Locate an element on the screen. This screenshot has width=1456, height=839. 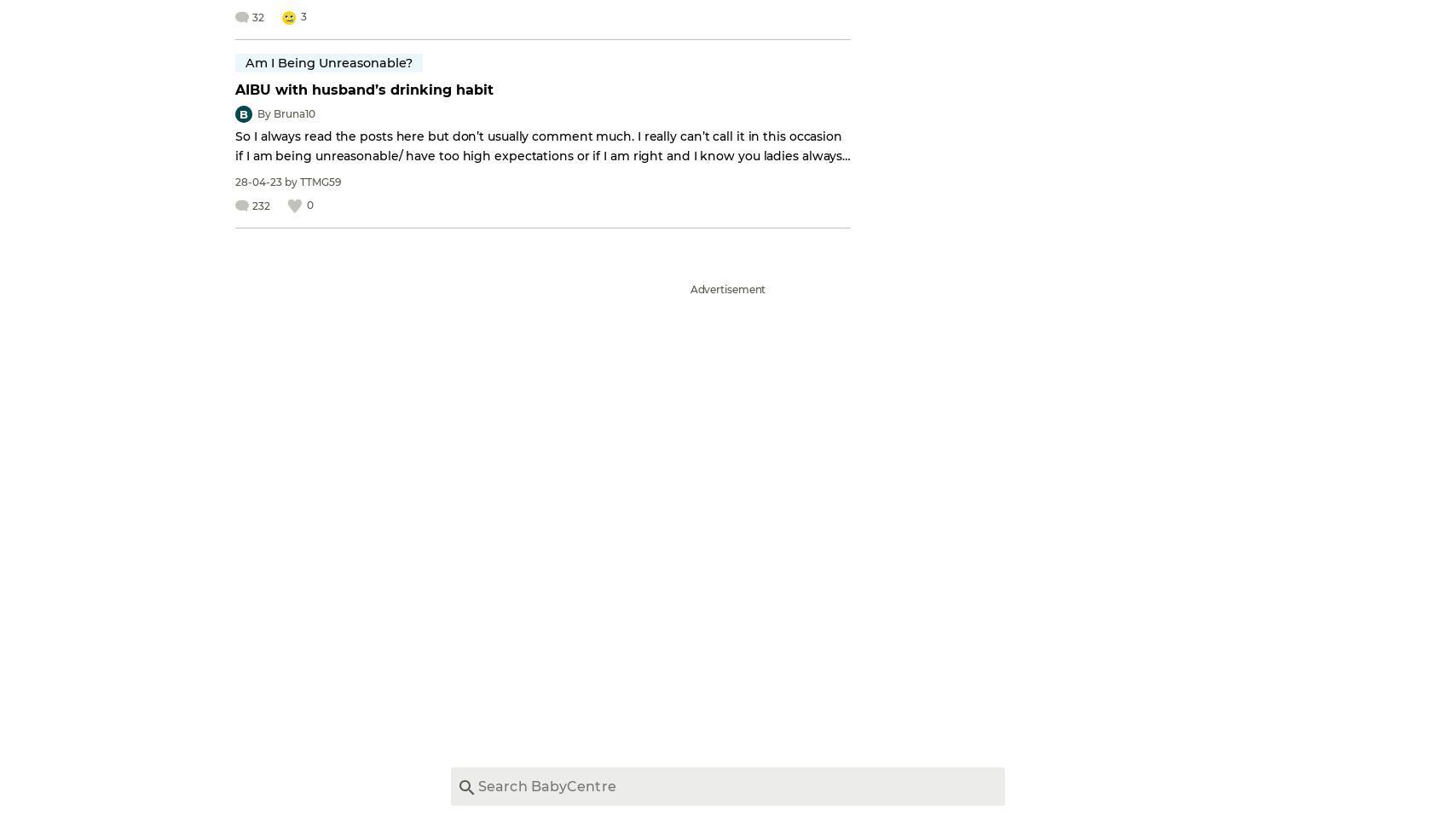
'Am I Being Unreasonable?' is located at coordinates (329, 61).